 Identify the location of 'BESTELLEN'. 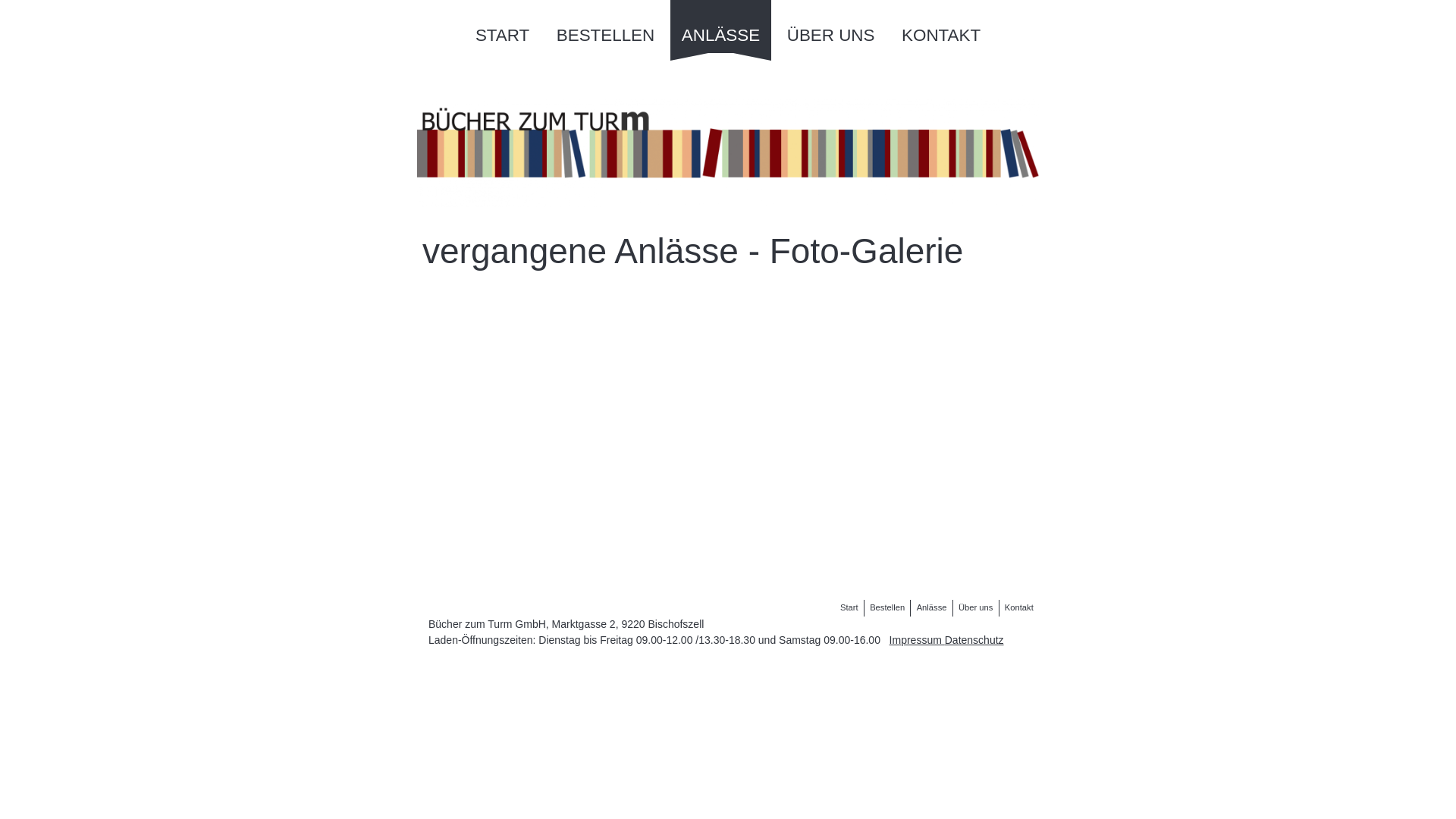
(604, 26).